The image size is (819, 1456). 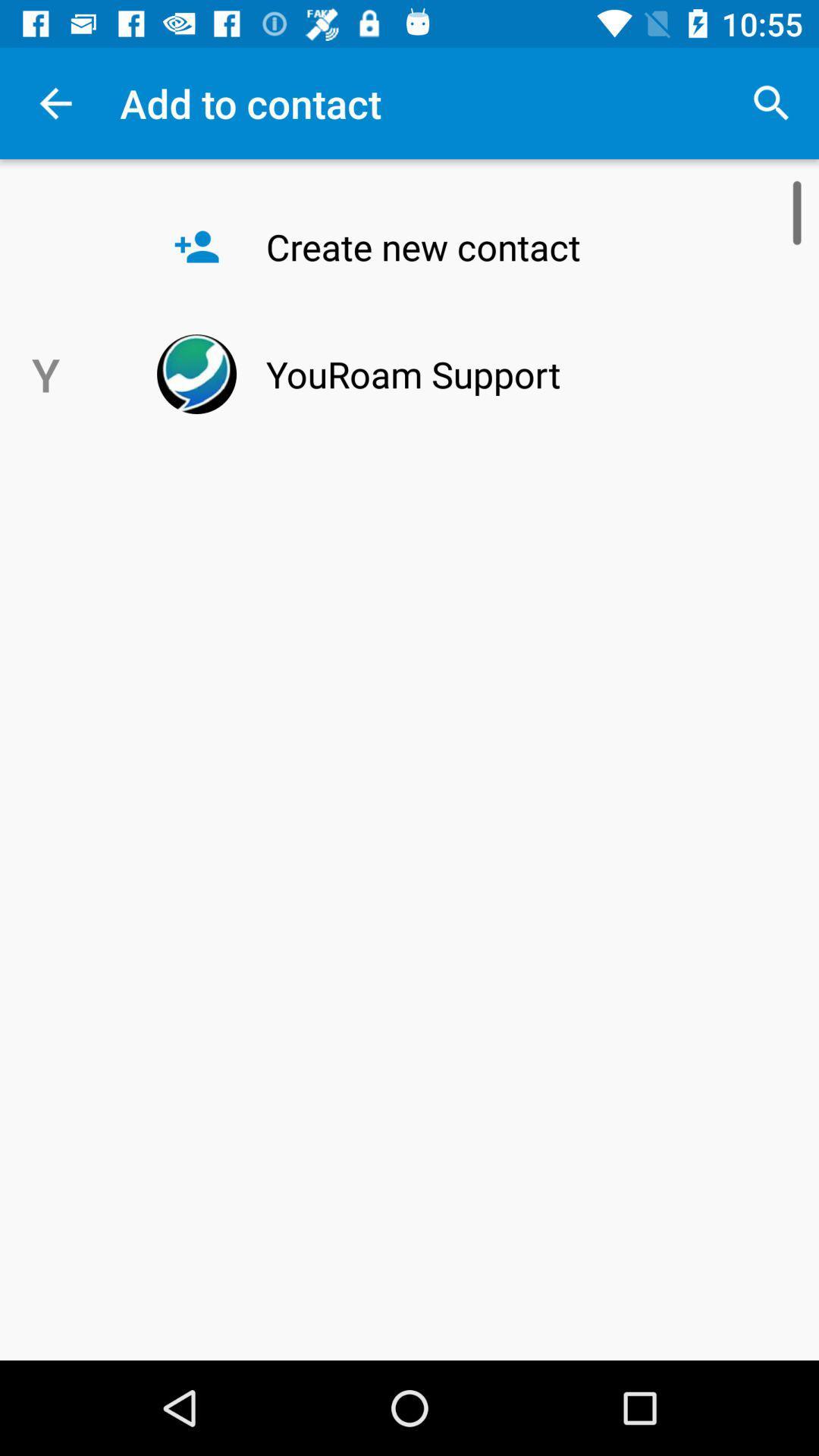 I want to click on the item above the y, so click(x=55, y=102).